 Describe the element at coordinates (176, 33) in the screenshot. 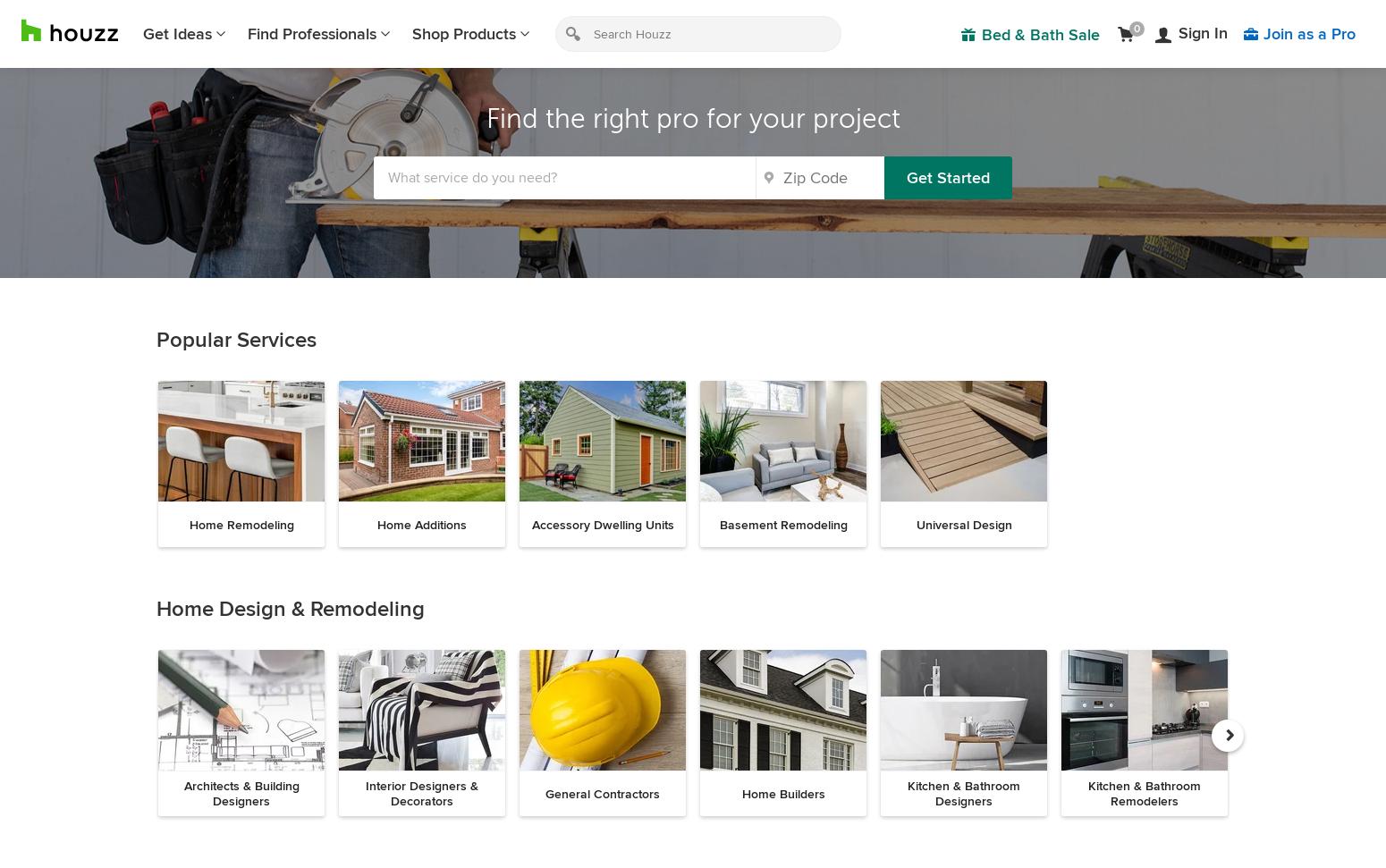

I see `'Get Ideas'` at that location.